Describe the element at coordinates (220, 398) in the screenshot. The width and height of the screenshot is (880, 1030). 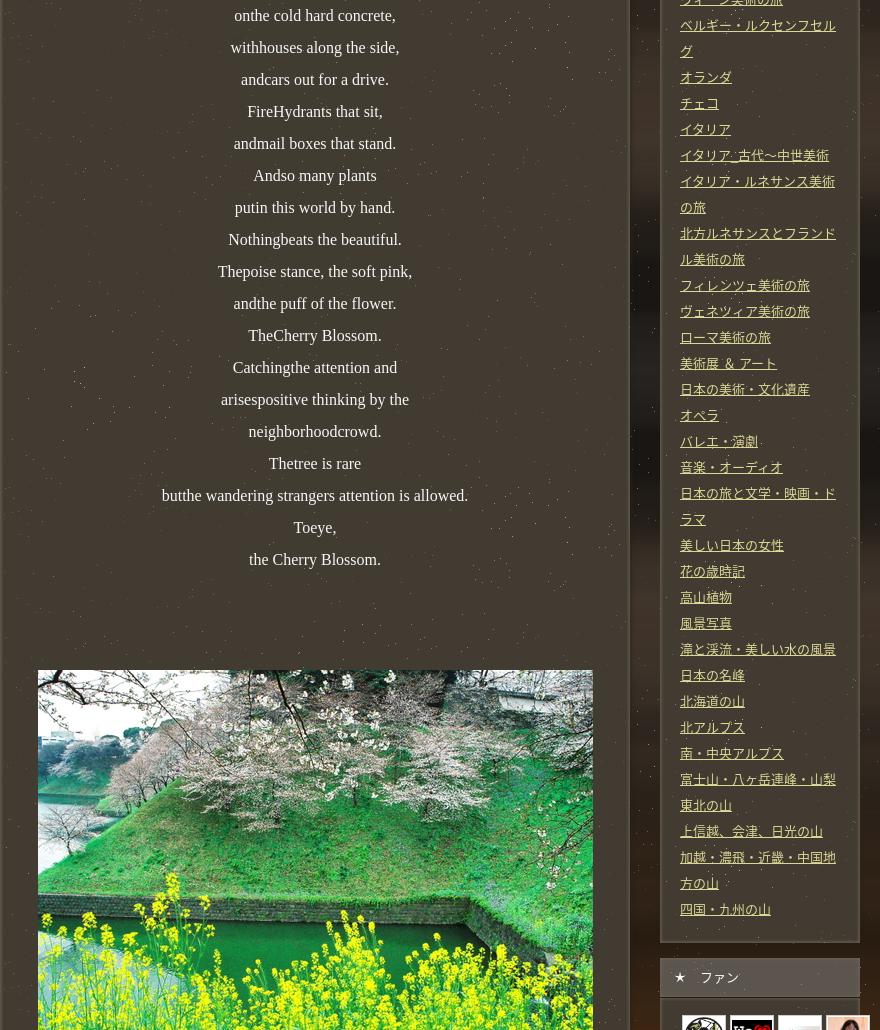
I see `'arisespositive thinking by the'` at that location.